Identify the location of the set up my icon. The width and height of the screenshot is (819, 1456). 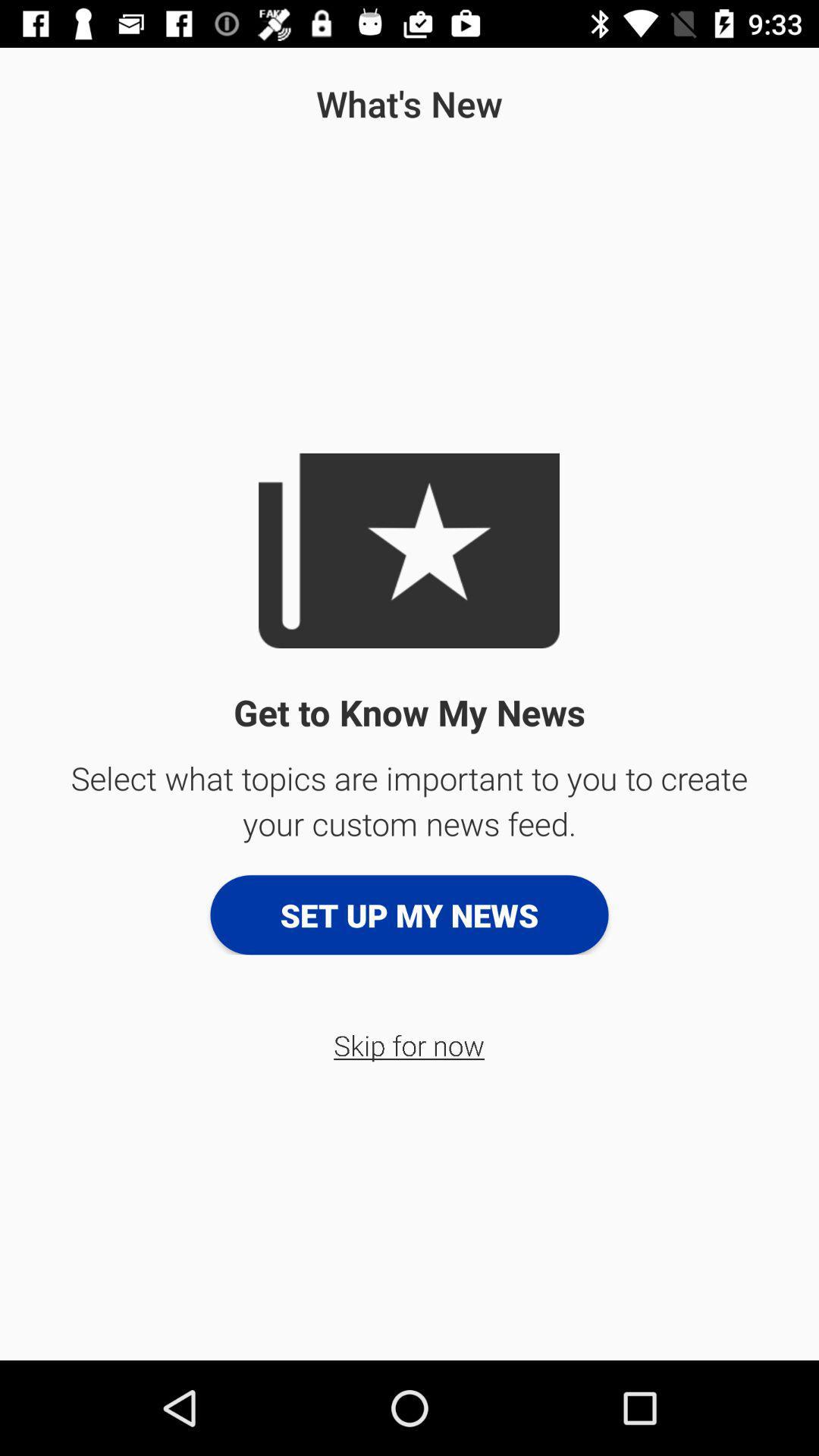
(409, 914).